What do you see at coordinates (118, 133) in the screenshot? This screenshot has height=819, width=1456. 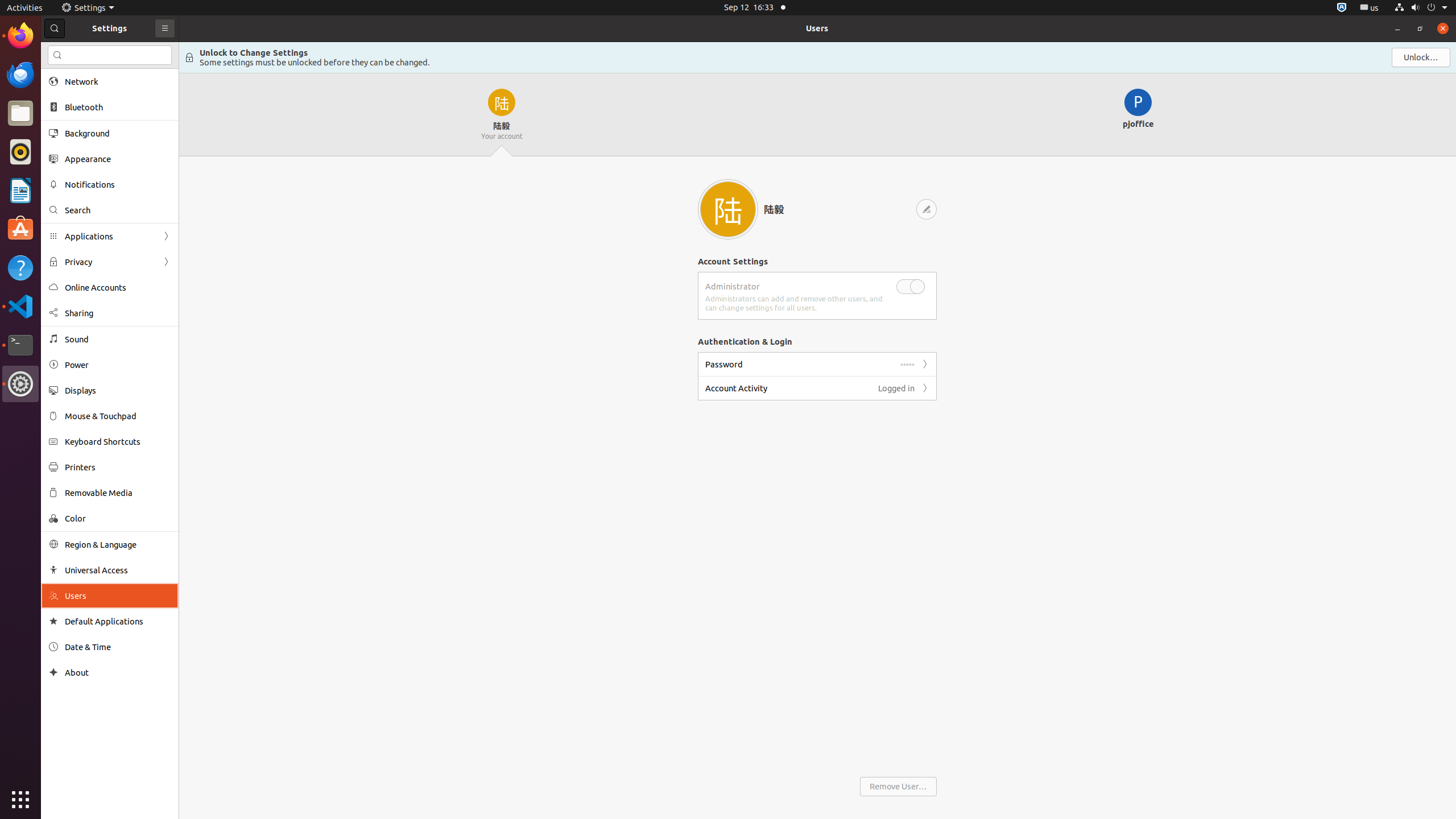 I see `'Background'` at bounding box center [118, 133].